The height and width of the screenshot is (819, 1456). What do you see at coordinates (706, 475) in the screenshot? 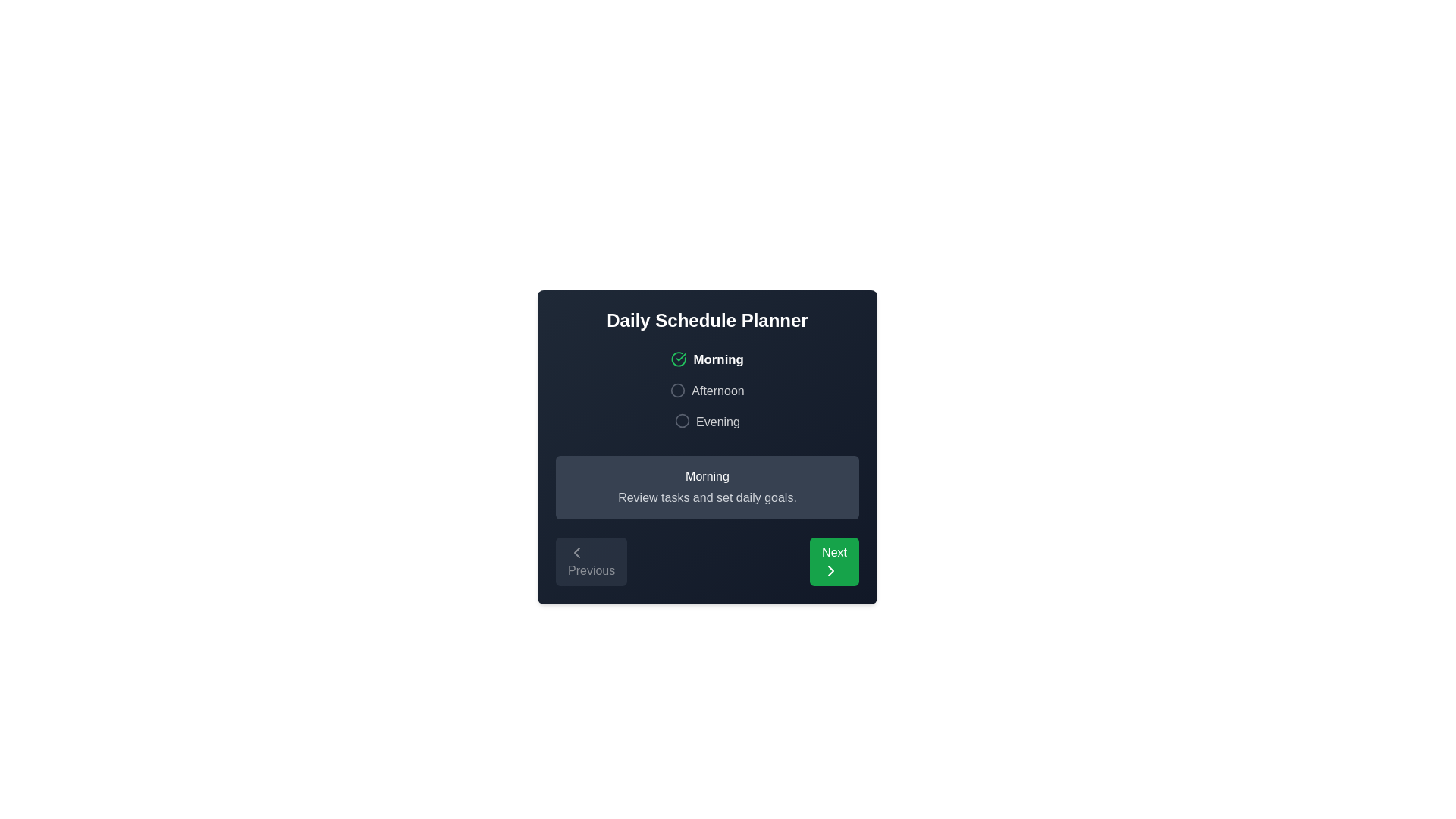
I see `the text label displaying 'Morning' on a dark gray background, which provides guidance related to the morning selection` at bounding box center [706, 475].